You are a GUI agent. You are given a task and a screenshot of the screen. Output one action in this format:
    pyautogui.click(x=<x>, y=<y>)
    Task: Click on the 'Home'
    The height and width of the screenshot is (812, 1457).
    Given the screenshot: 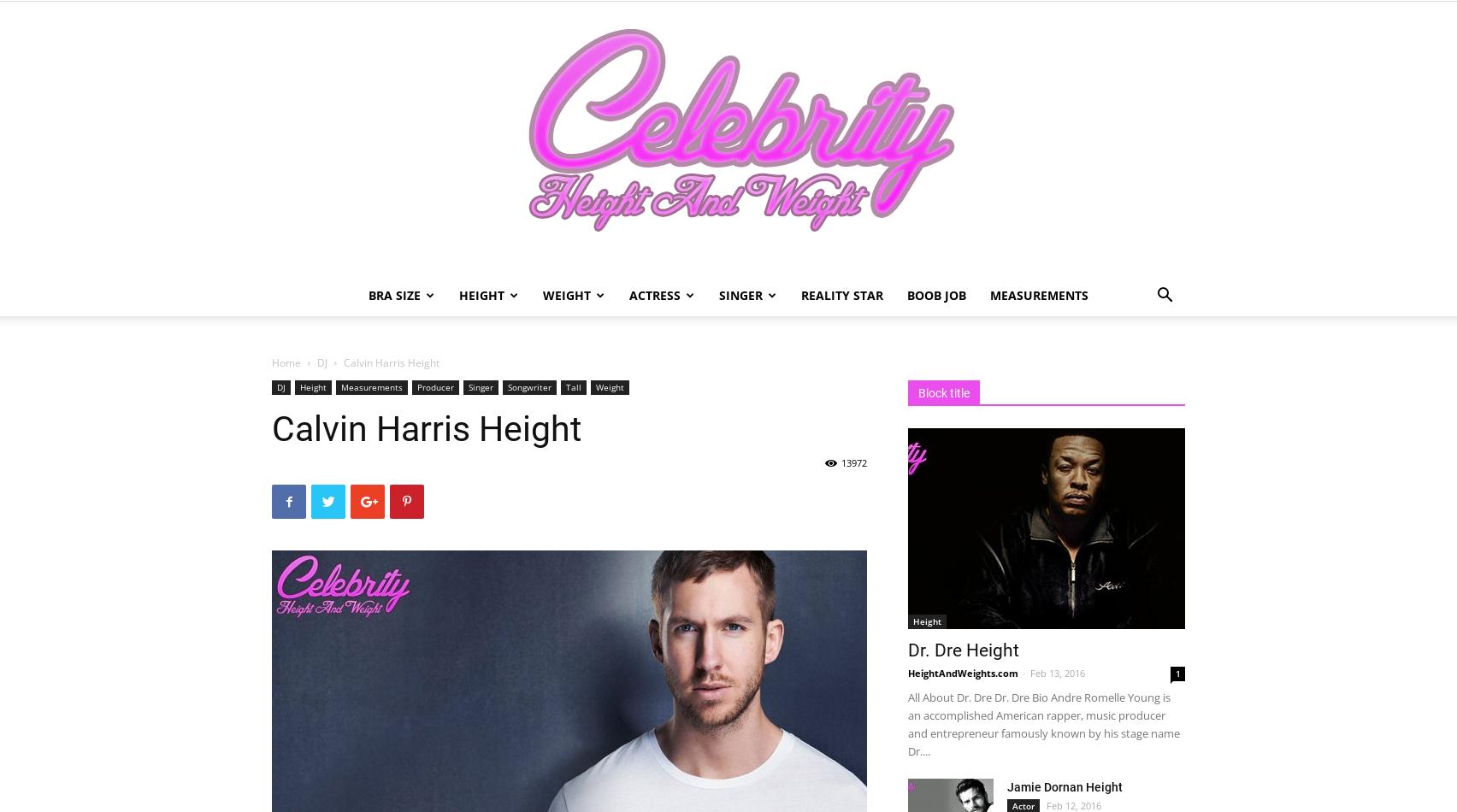 What is the action you would take?
    pyautogui.click(x=270, y=362)
    